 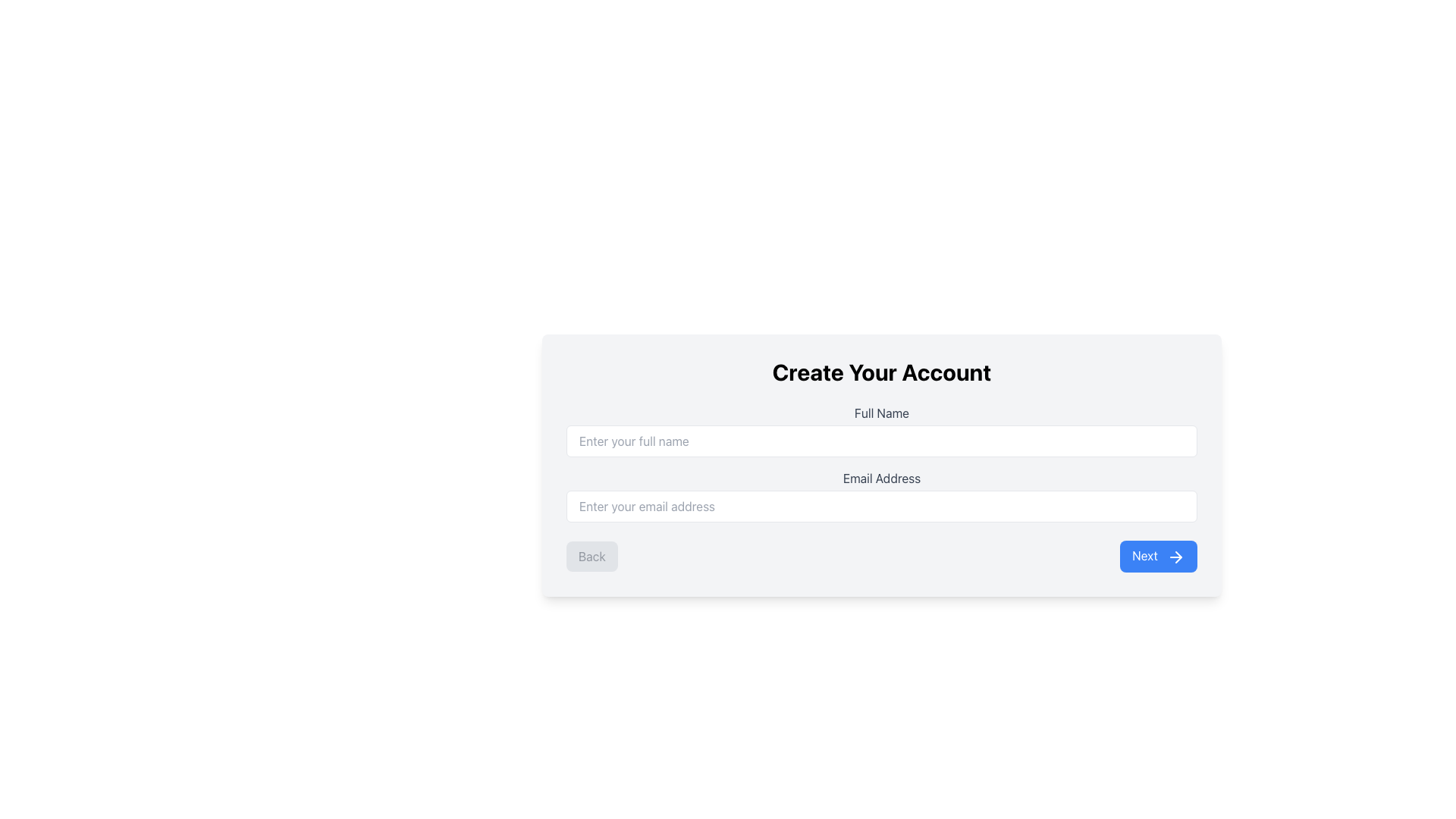 What do you see at coordinates (1158, 556) in the screenshot?
I see `the 'Next' button, which has a blue background and white text` at bounding box center [1158, 556].